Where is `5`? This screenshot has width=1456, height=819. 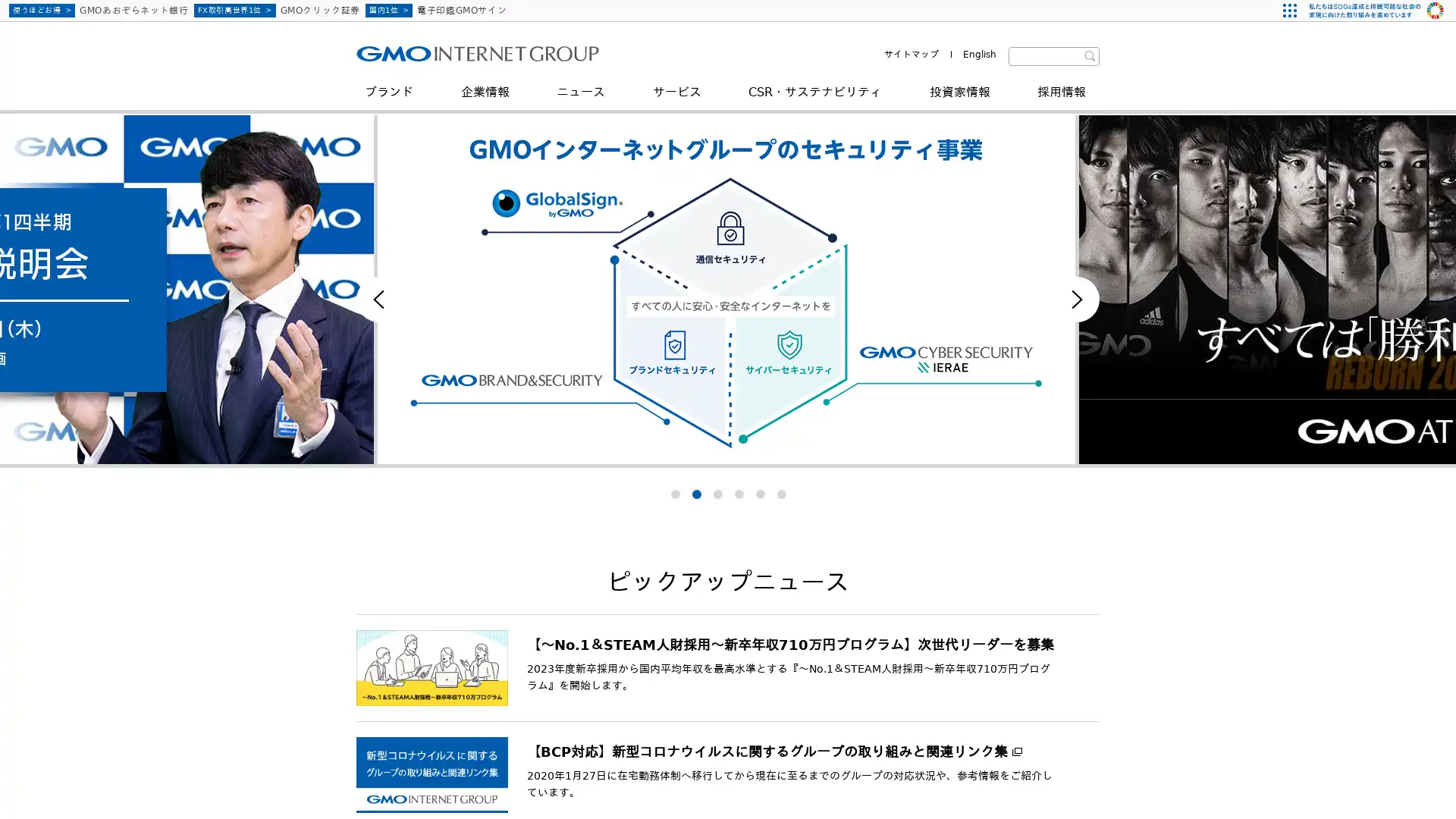
5 is located at coordinates (760, 494).